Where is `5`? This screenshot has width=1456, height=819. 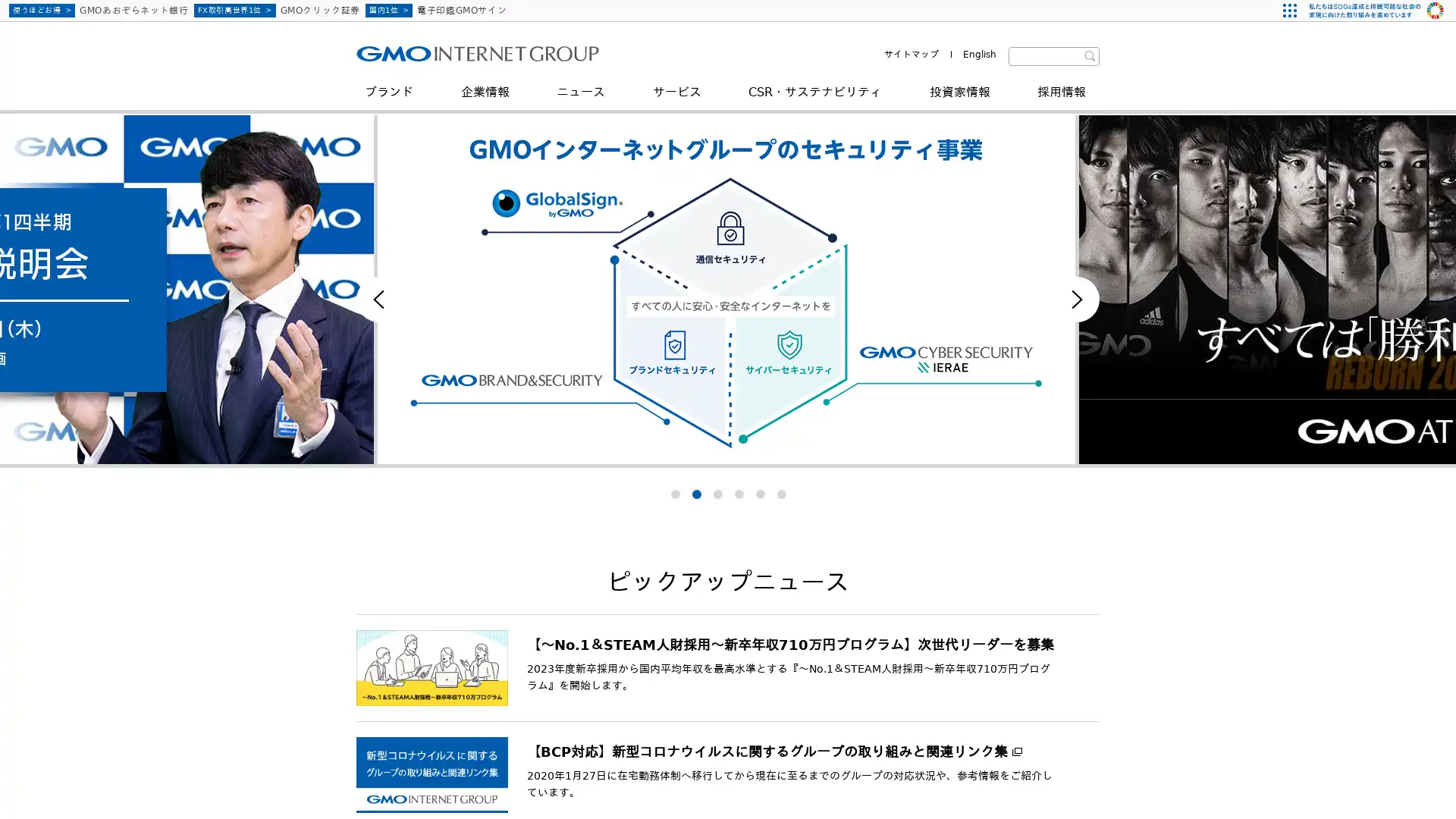
5 is located at coordinates (760, 494).